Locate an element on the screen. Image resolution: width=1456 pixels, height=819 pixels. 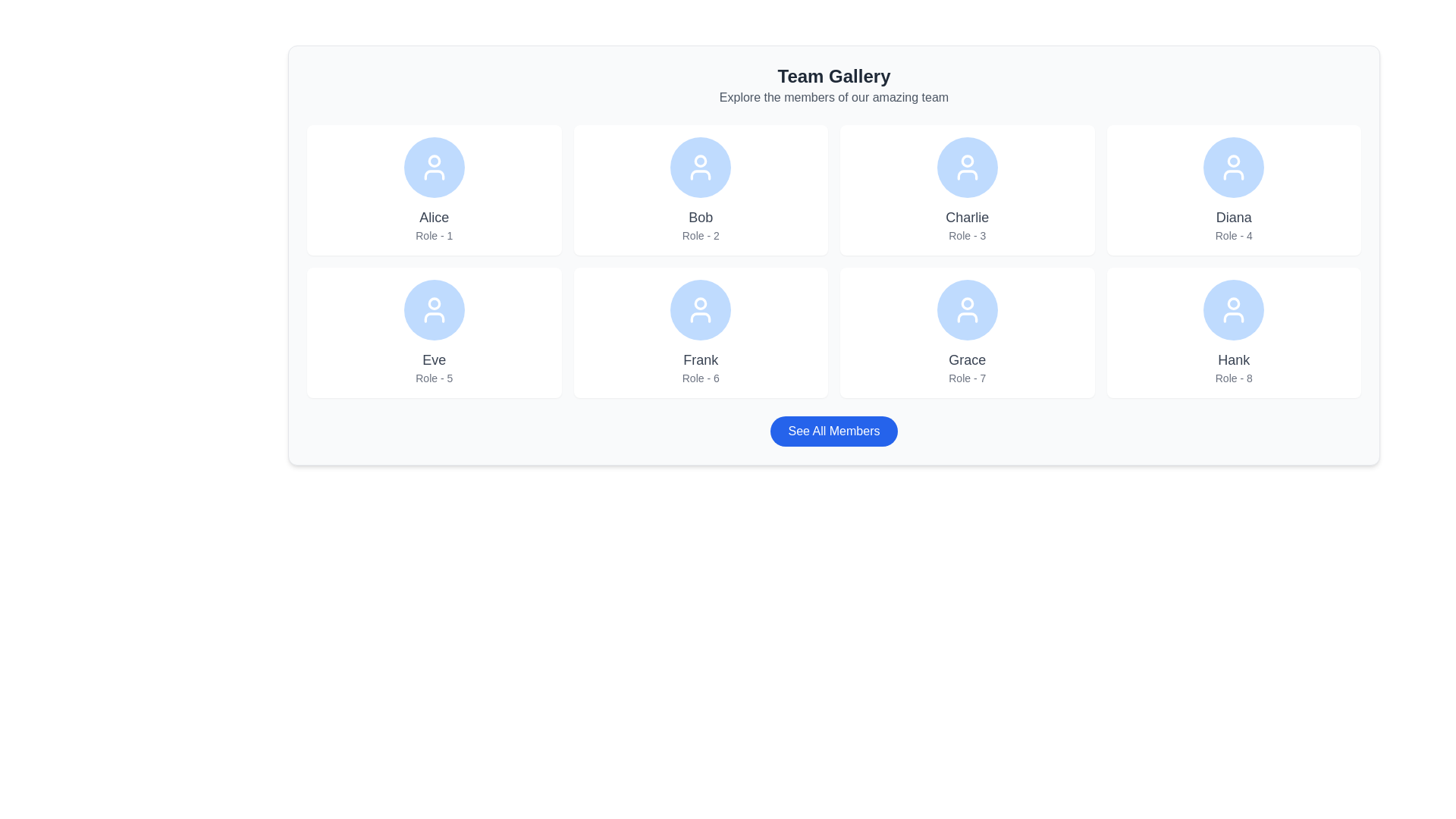
text label displaying 'Role - 7' that is styled in a smaller font and gray color, positioned below the name 'Grace' within the card layout is located at coordinates (966, 377).